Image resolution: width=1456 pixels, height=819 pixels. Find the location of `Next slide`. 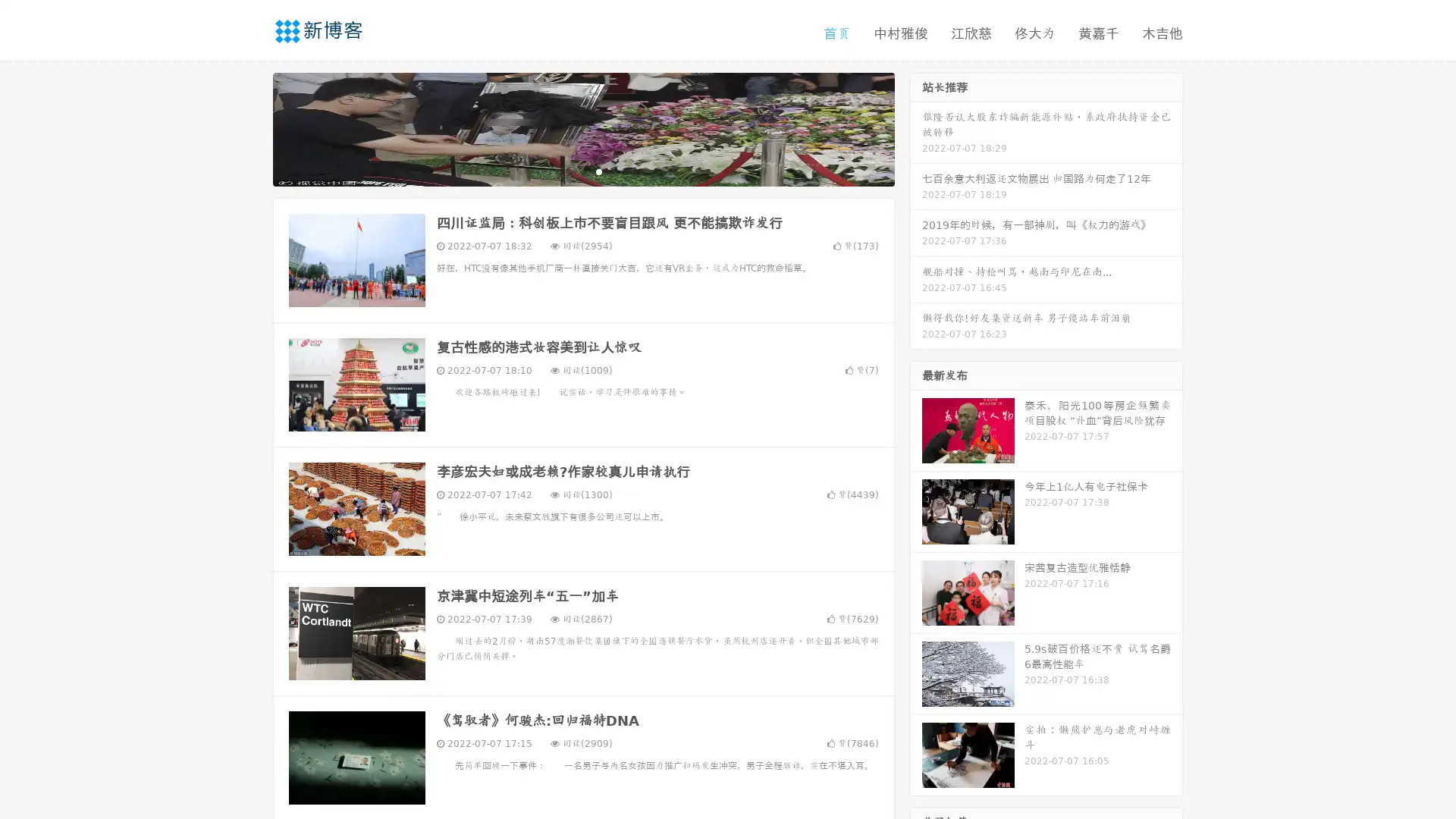

Next slide is located at coordinates (916, 127).